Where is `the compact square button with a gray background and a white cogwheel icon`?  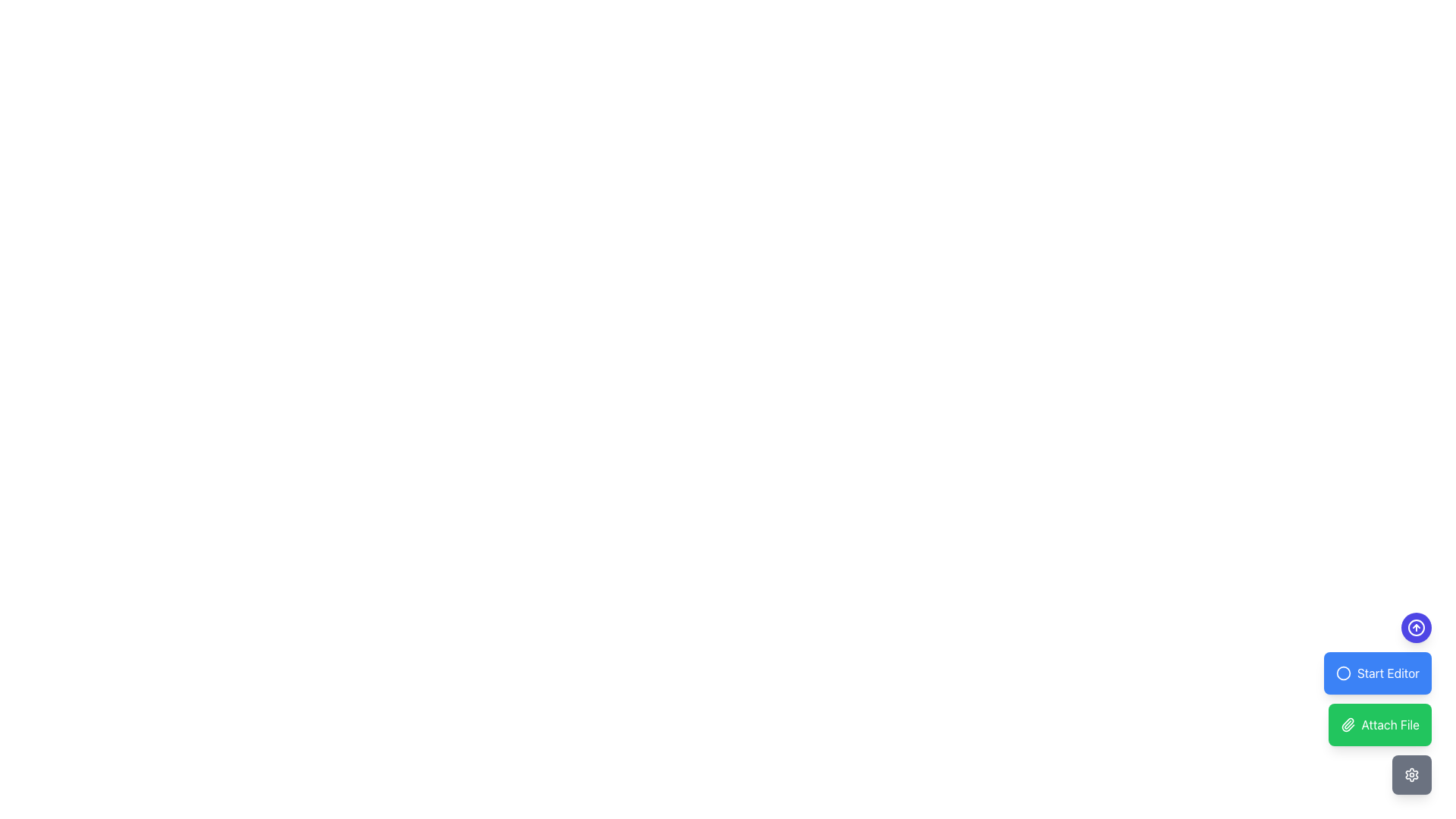
the compact square button with a gray background and a white cogwheel icon is located at coordinates (1411, 775).